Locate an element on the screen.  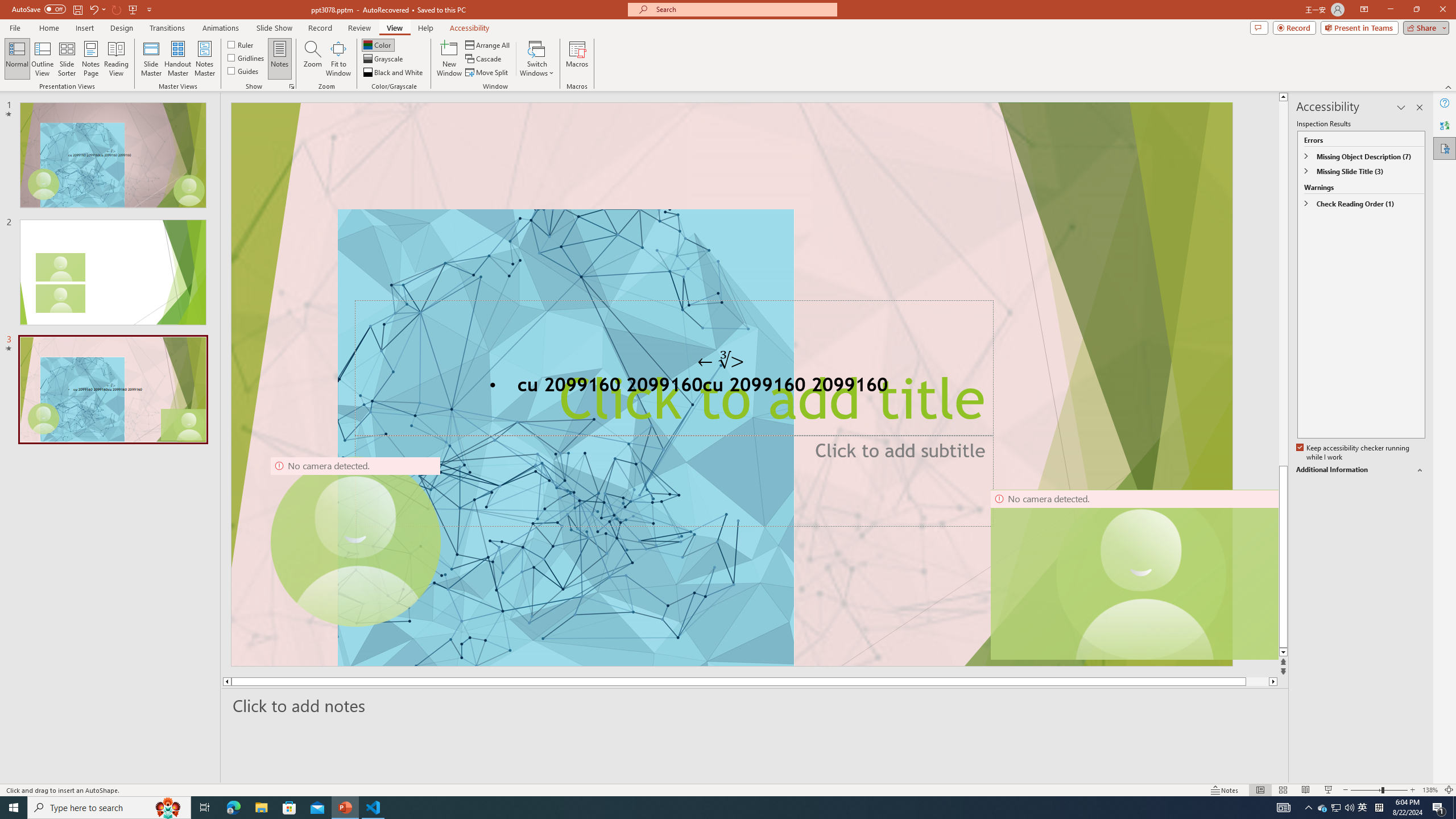
'Cascade' is located at coordinates (484, 59).